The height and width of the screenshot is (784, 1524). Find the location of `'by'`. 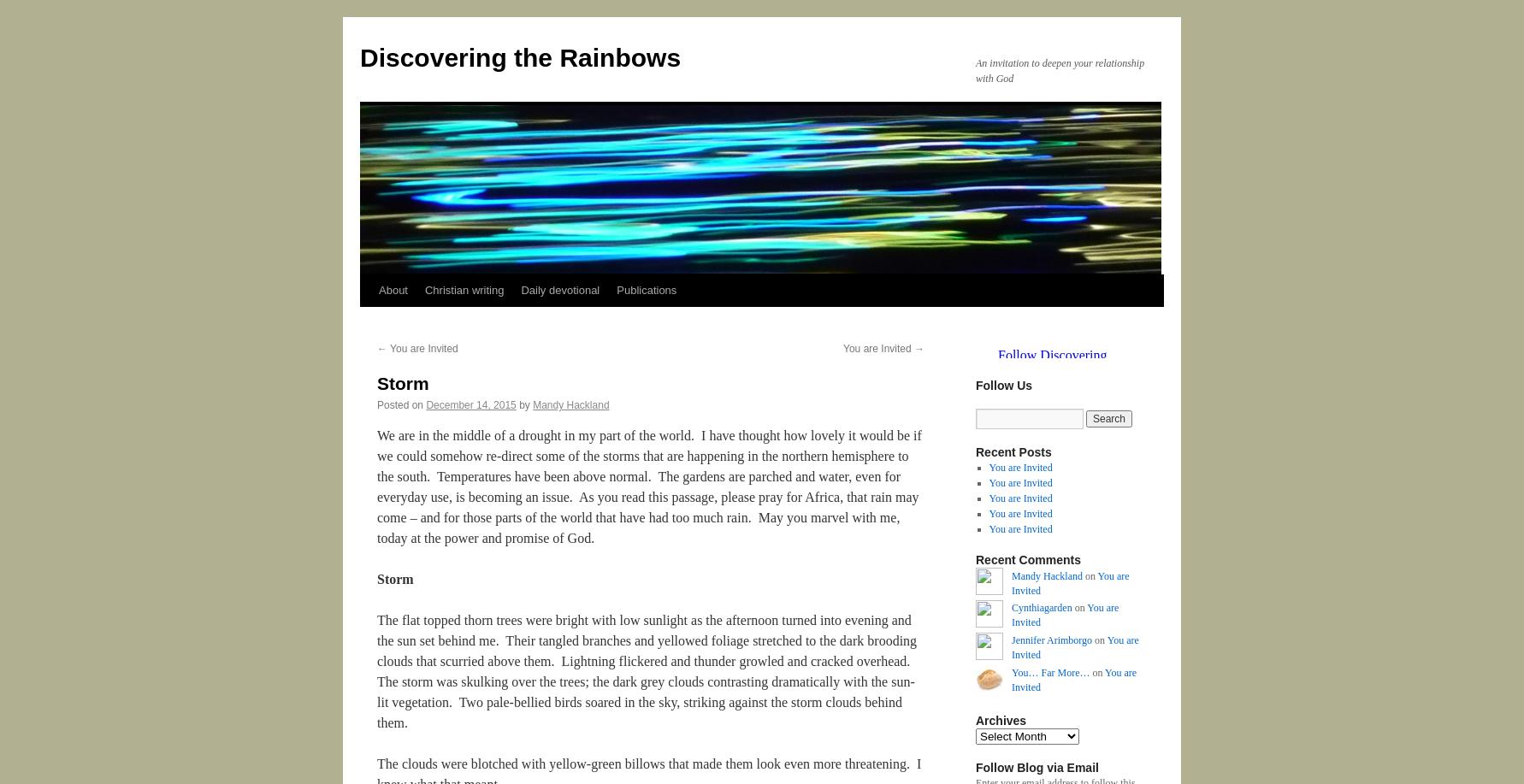

'by' is located at coordinates (524, 404).